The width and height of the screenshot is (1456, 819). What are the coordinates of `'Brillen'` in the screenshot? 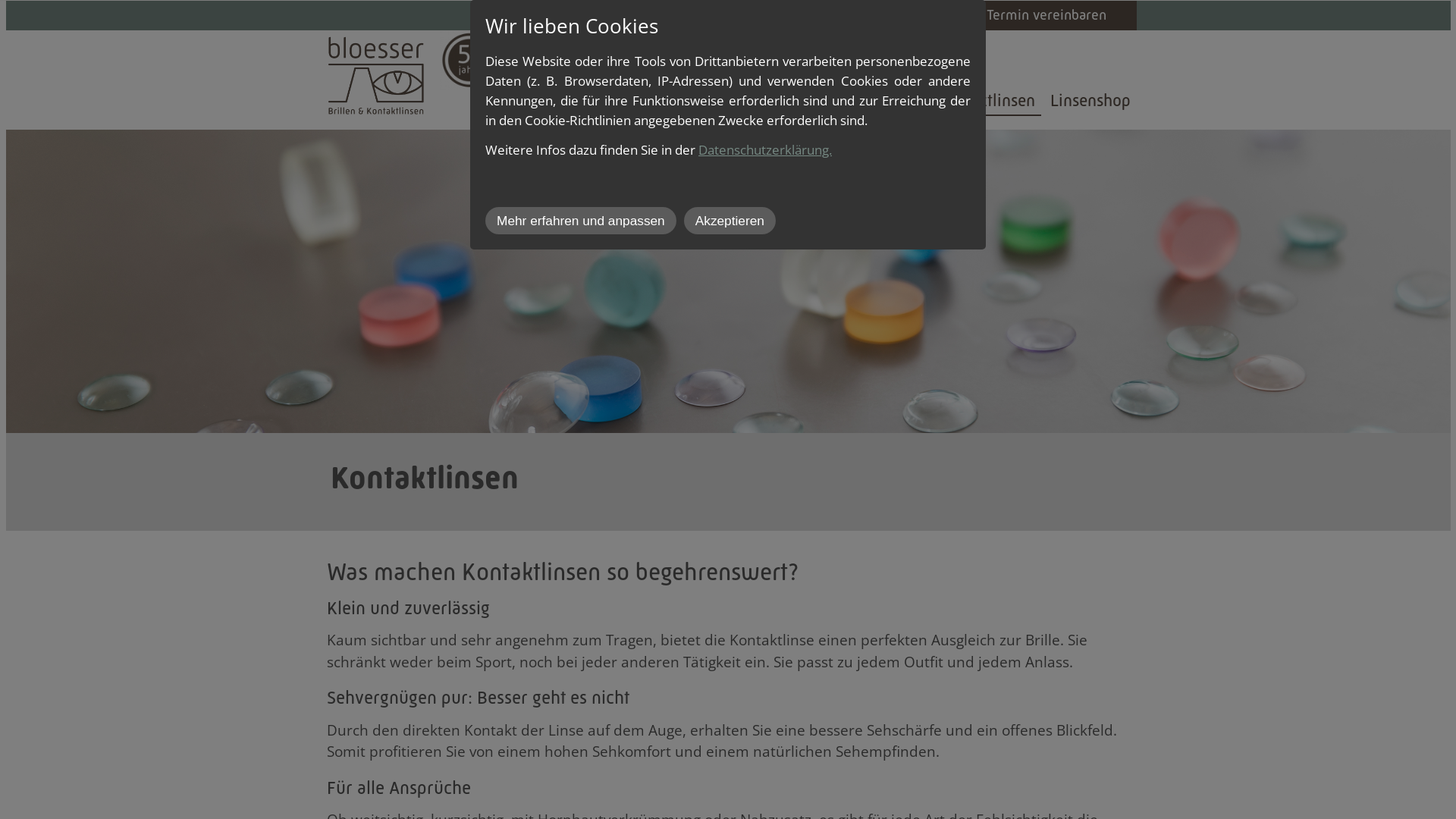 It's located at (899, 99).